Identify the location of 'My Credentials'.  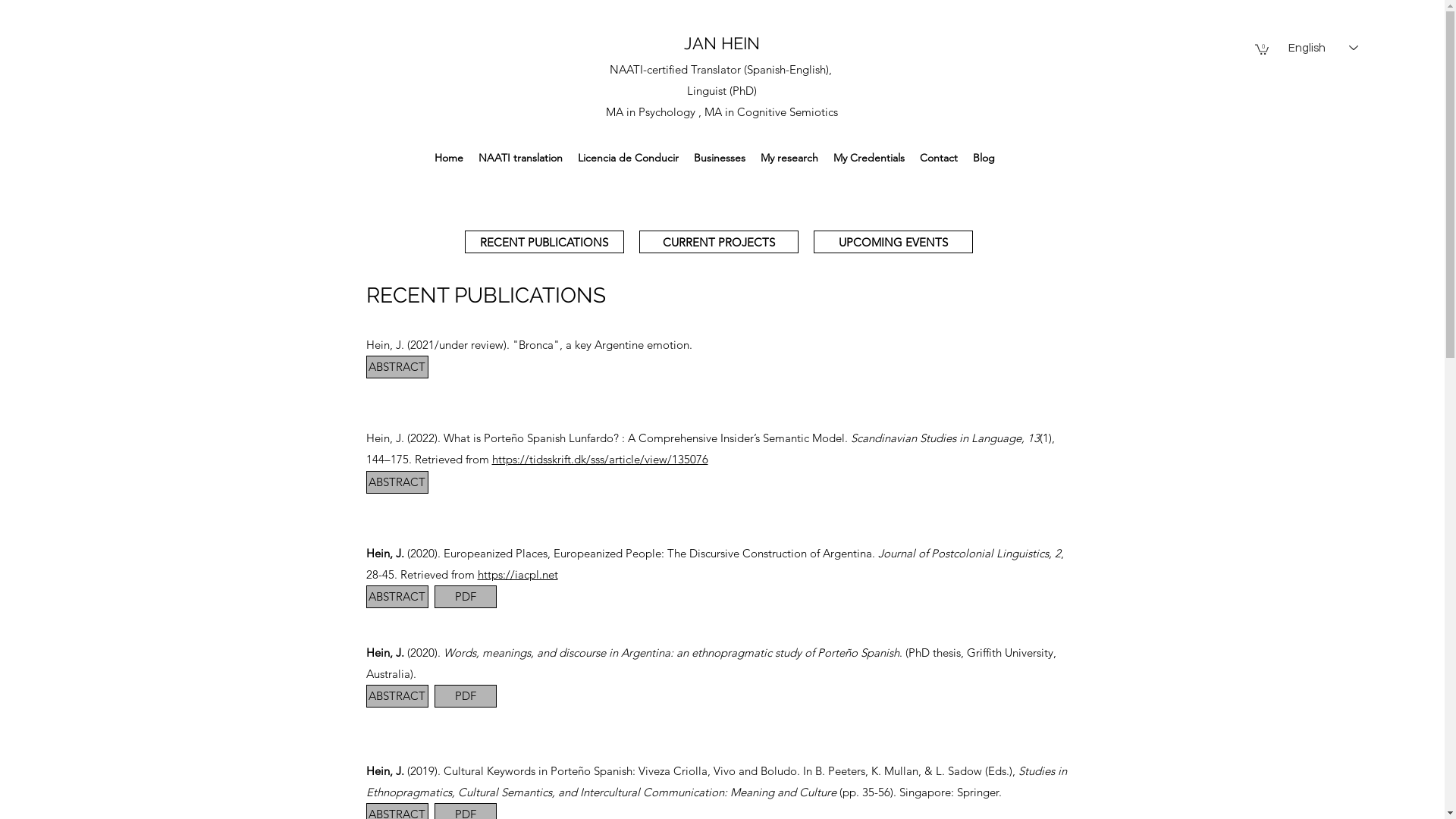
(869, 158).